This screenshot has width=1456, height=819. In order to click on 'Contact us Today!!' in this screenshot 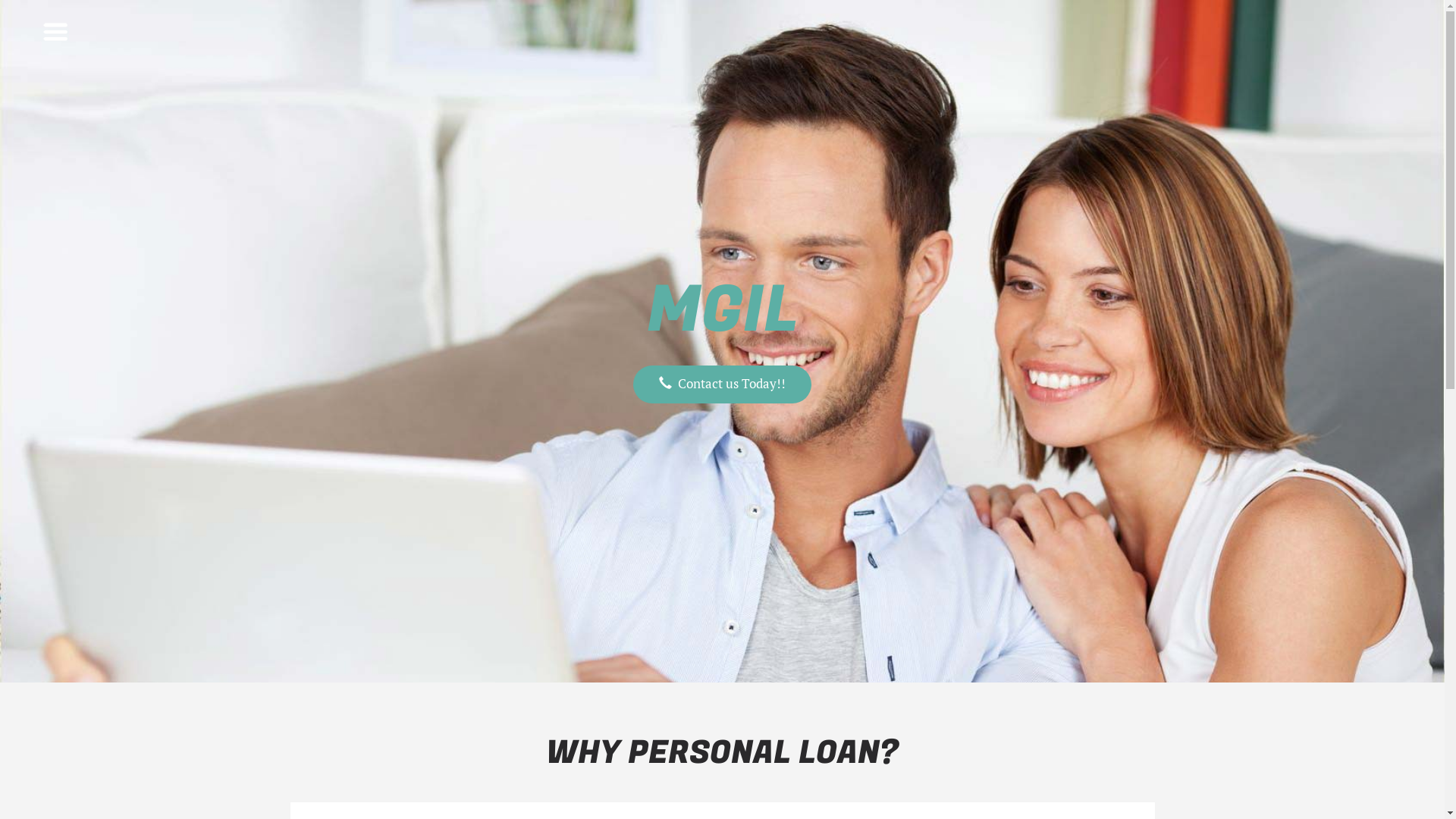, I will do `click(721, 384)`.